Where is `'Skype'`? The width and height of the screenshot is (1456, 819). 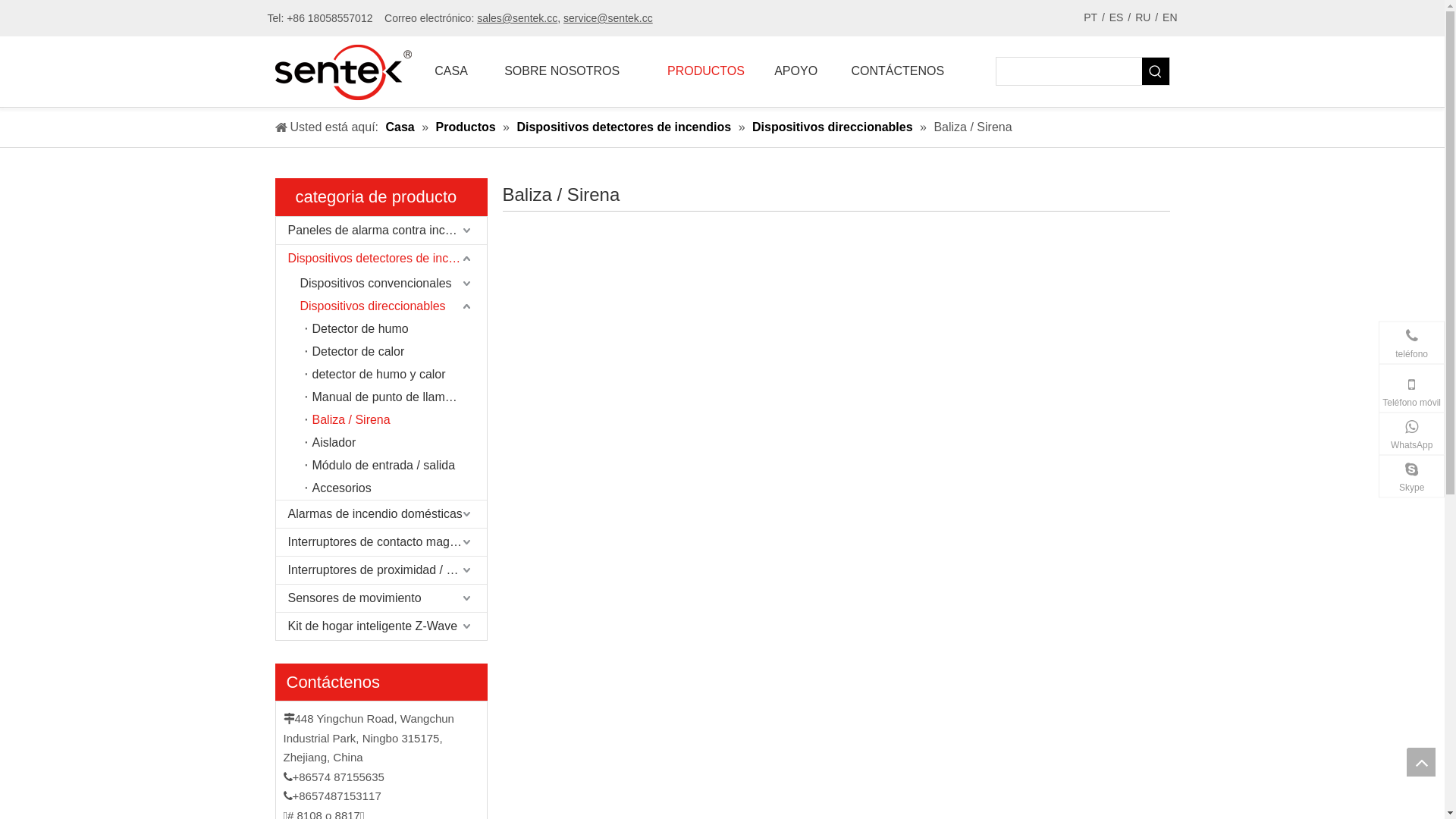 'Skype' is located at coordinates (1410, 475).